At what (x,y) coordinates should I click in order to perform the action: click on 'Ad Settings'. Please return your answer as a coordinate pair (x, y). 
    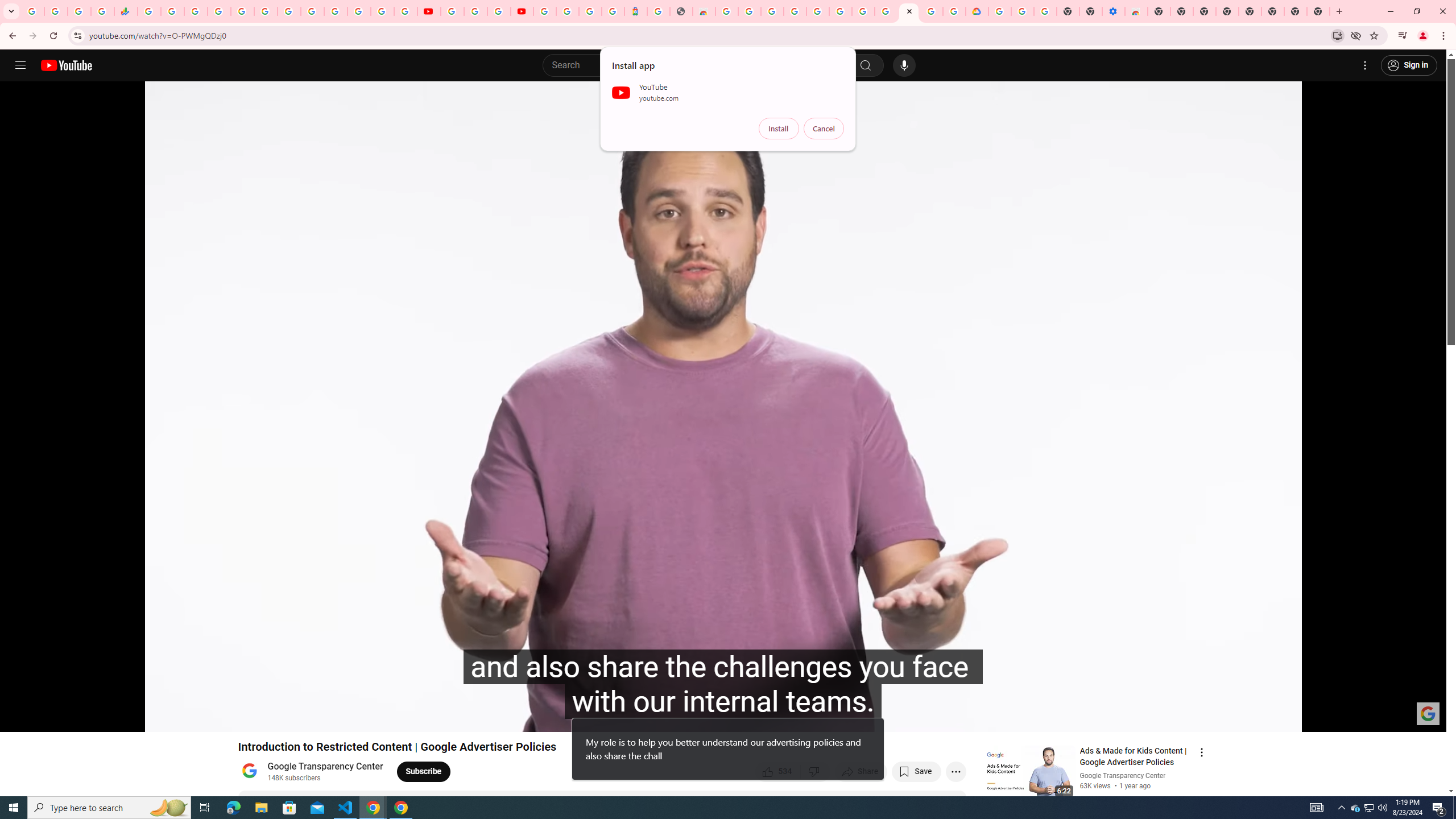
    Looking at the image, I should click on (795, 11).